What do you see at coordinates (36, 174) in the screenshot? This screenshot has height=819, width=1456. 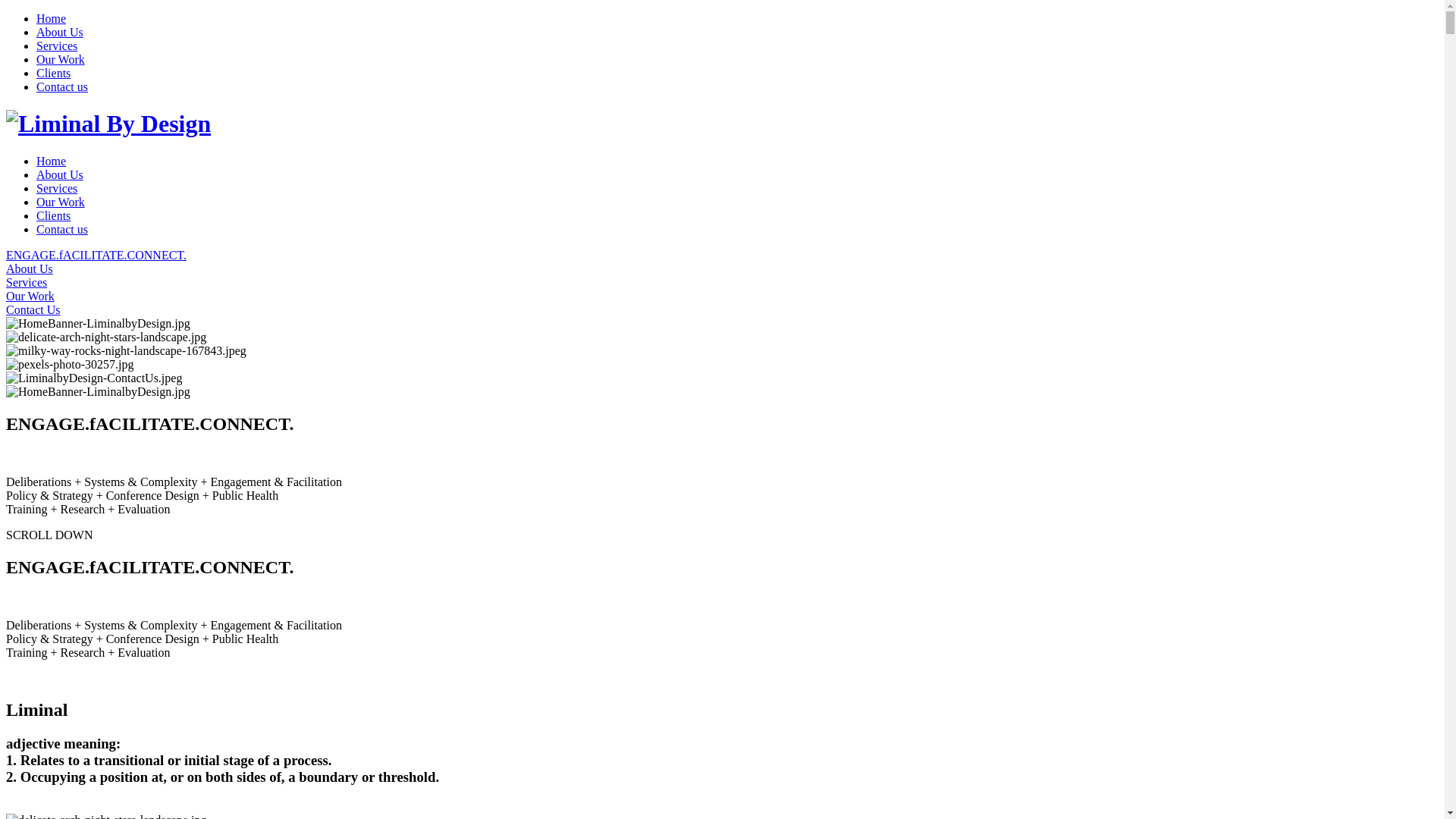 I see `'About Us'` at bounding box center [36, 174].